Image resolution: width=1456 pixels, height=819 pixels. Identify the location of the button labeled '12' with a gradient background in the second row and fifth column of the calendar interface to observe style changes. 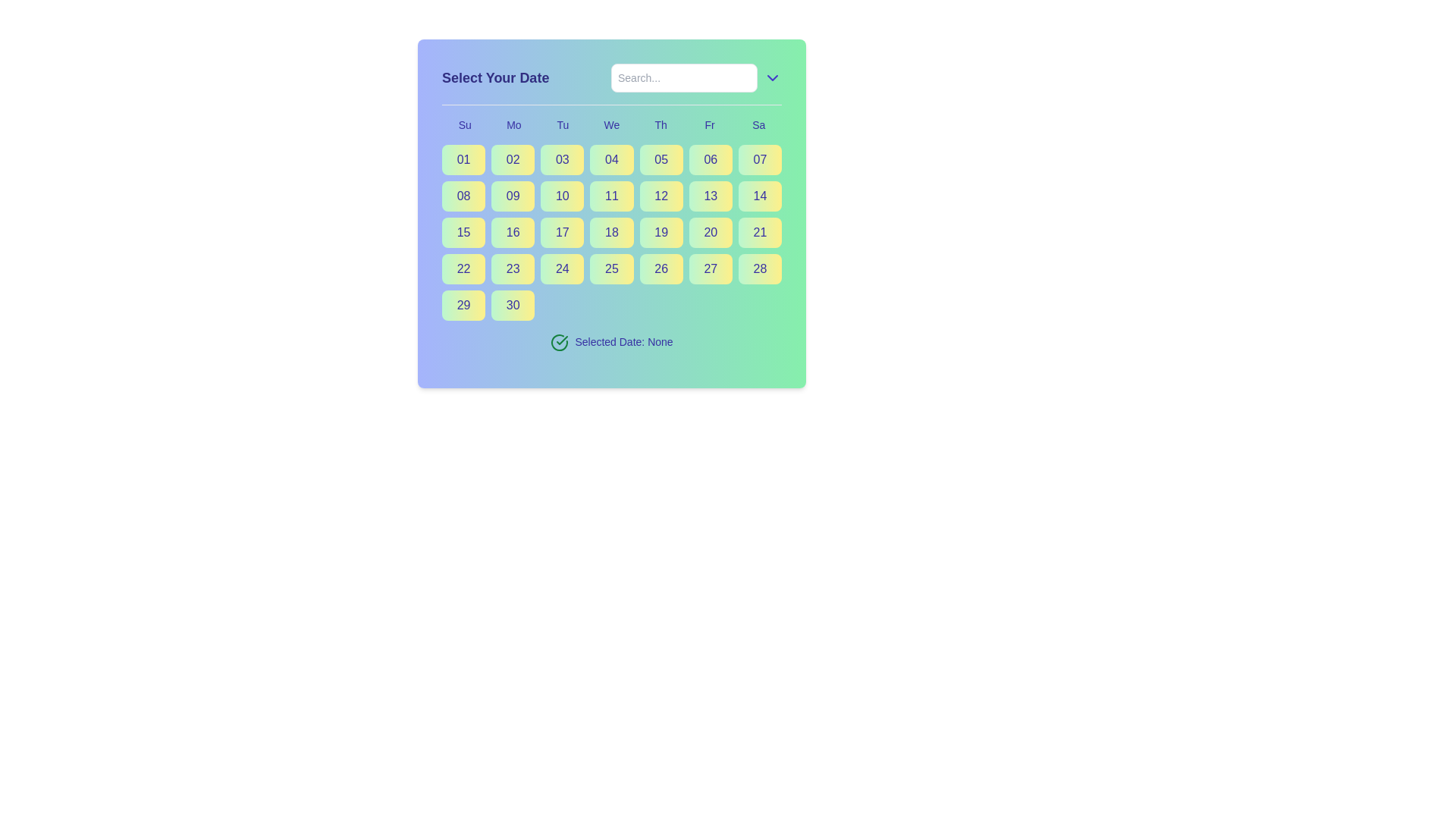
(661, 195).